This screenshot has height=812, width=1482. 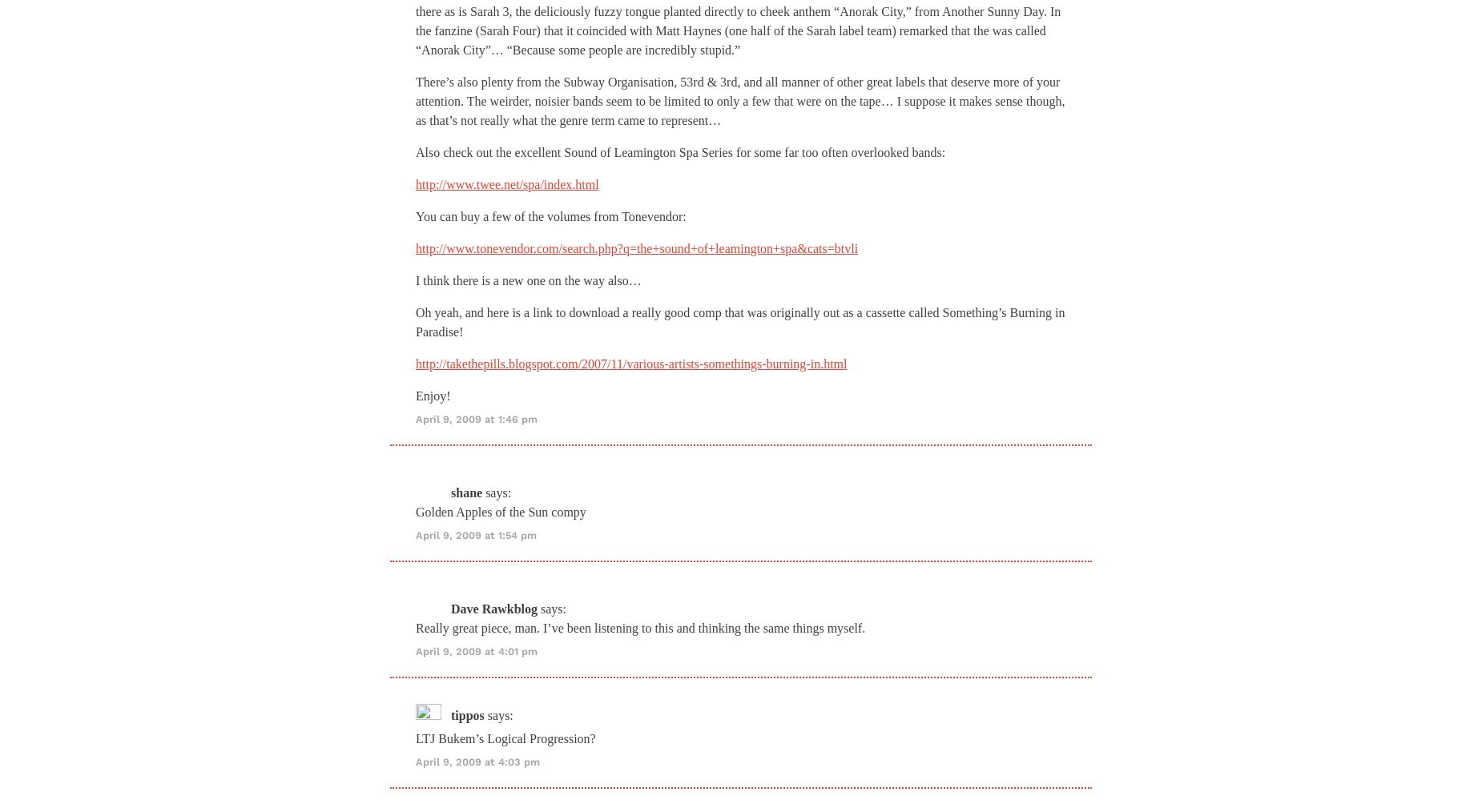 I want to click on 'Enjoy!', so click(x=433, y=395).